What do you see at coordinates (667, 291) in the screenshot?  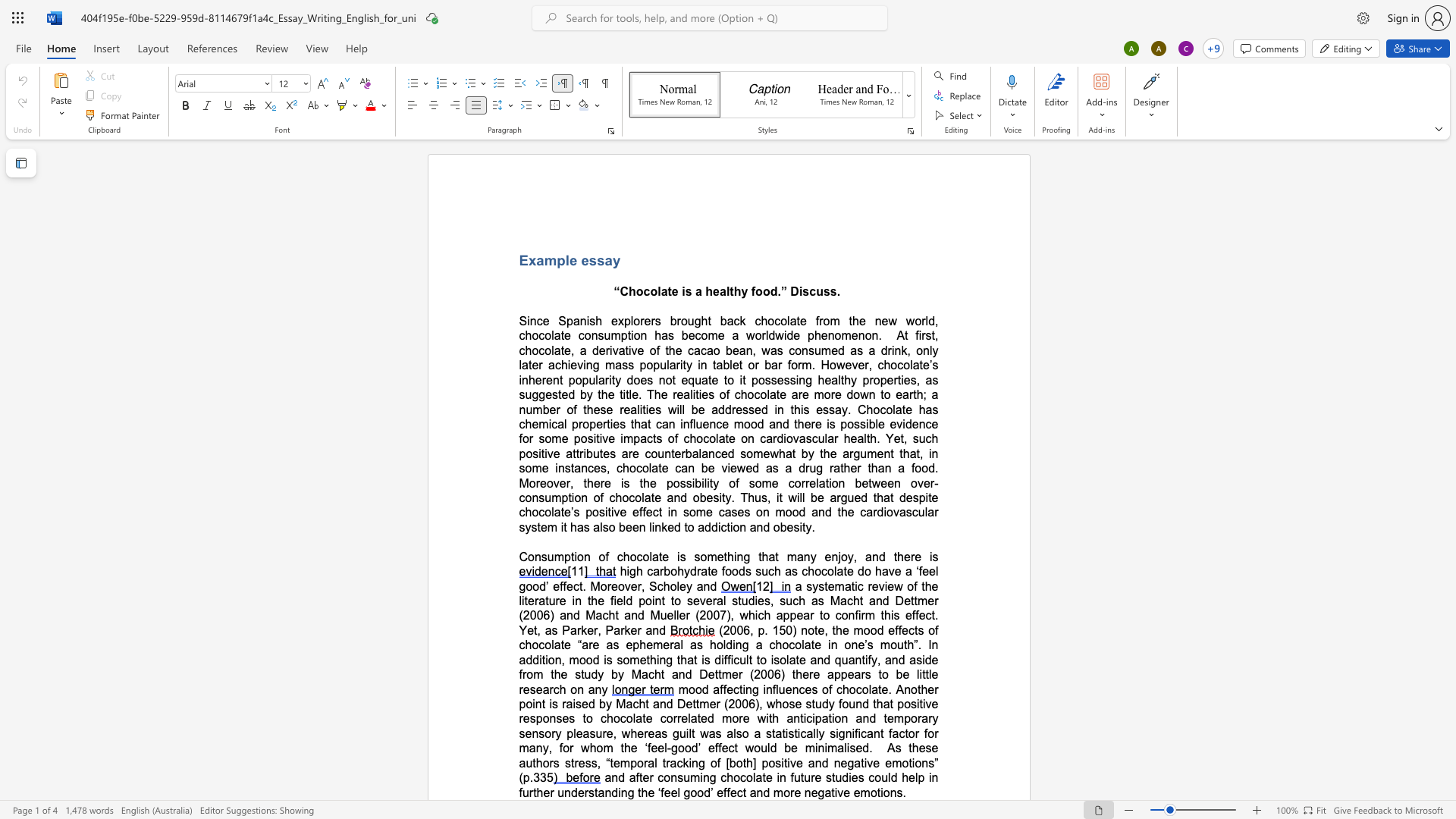 I see `the space between the continuous character "a" and "t" in the text` at bounding box center [667, 291].